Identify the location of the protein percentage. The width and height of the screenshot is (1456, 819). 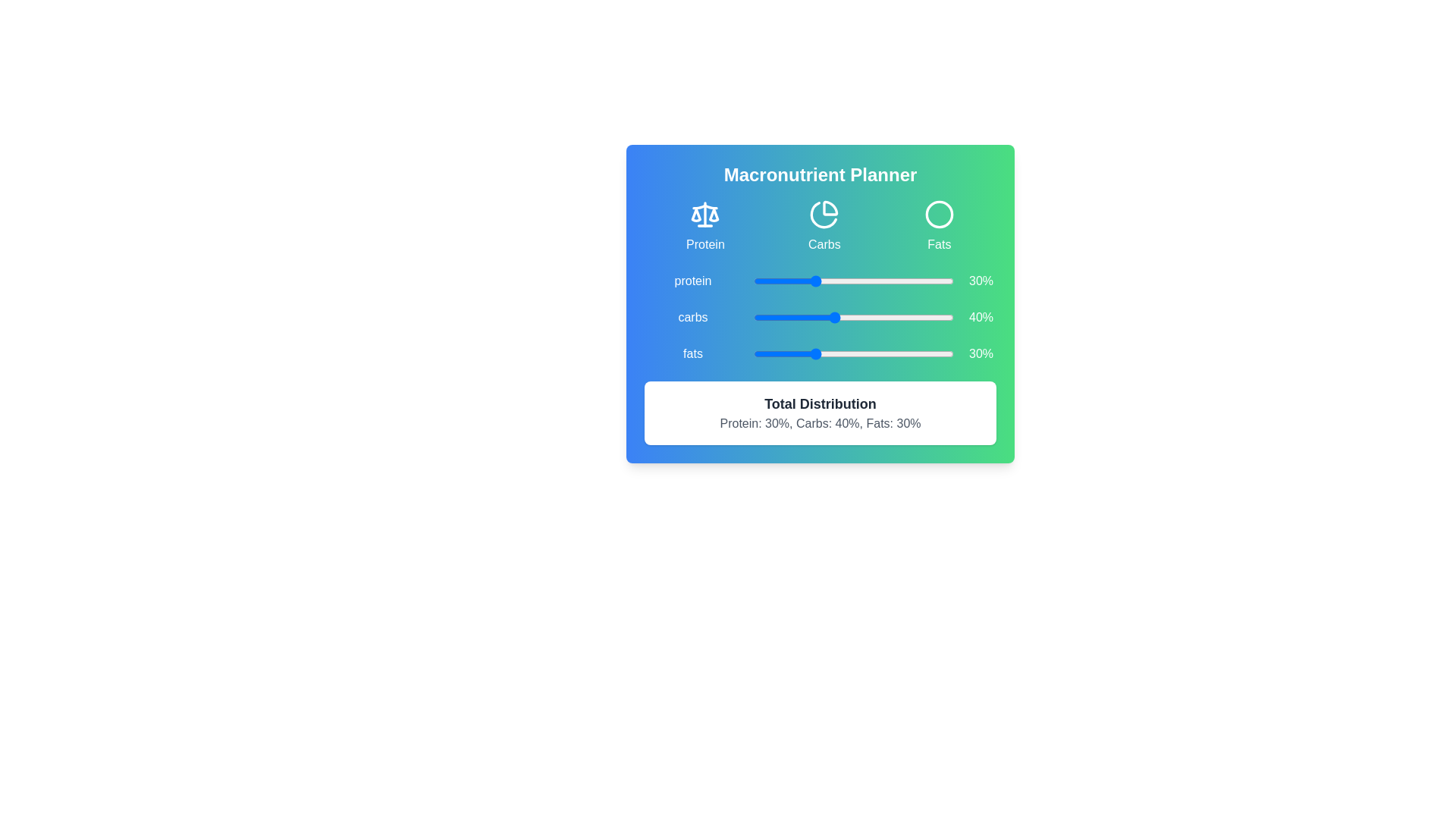
(765, 281).